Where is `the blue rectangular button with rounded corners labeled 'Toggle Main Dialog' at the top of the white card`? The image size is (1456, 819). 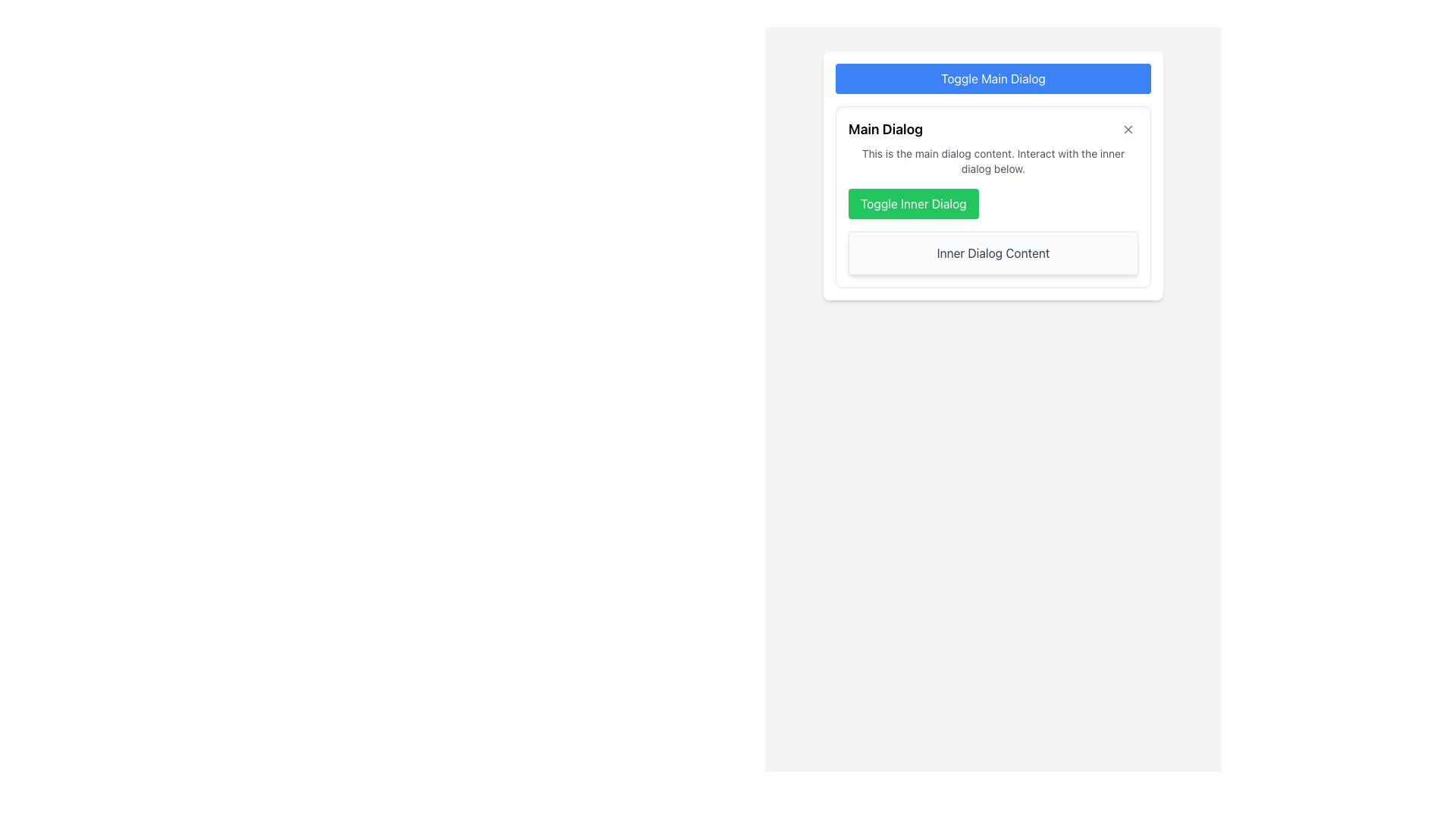 the blue rectangular button with rounded corners labeled 'Toggle Main Dialog' at the top of the white card is located at coordinates (993, 79).